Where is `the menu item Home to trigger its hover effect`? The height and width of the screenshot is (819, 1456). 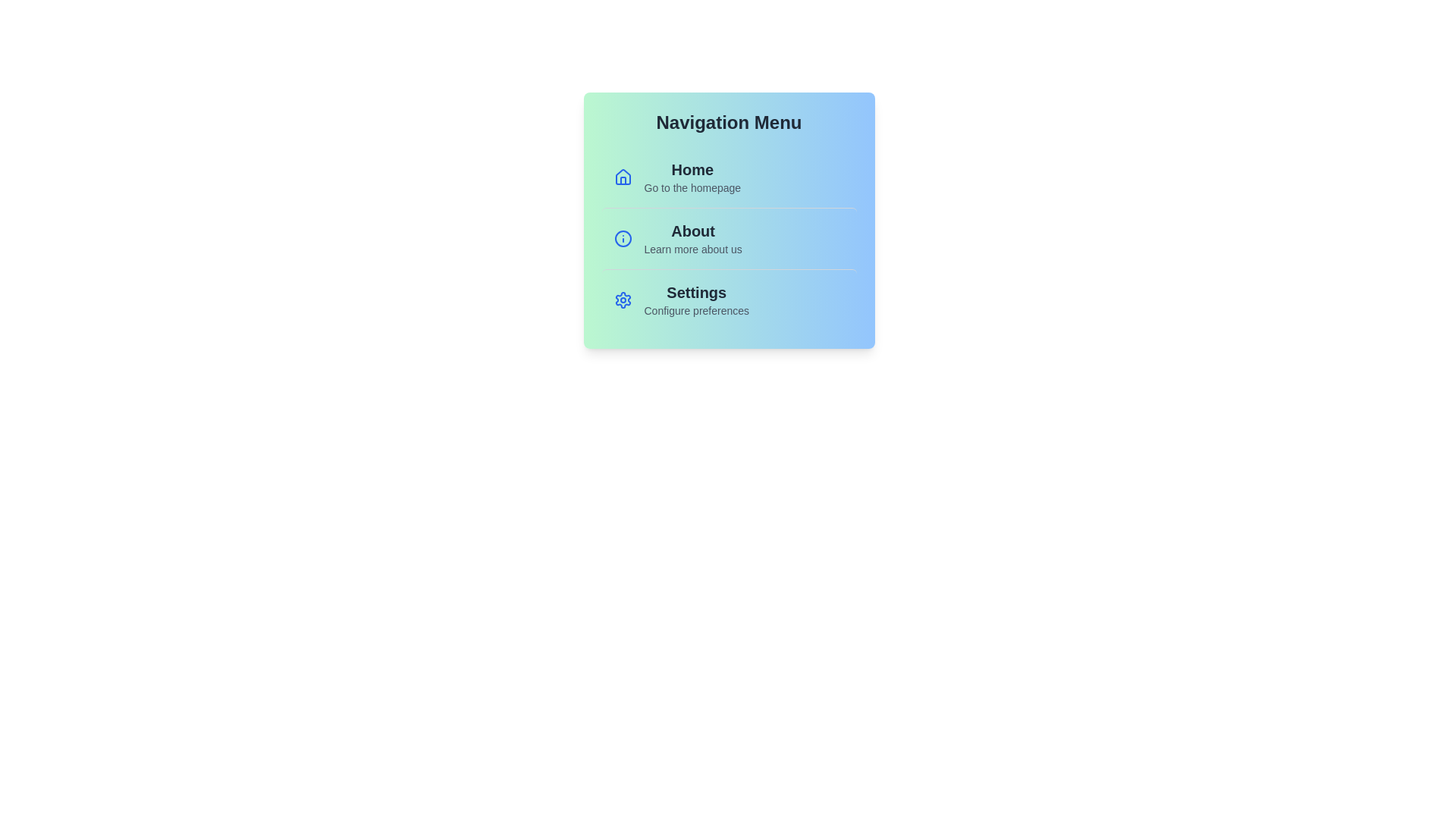 the menu item Home to trigger its hover effect is located at coordinates (729, 177).